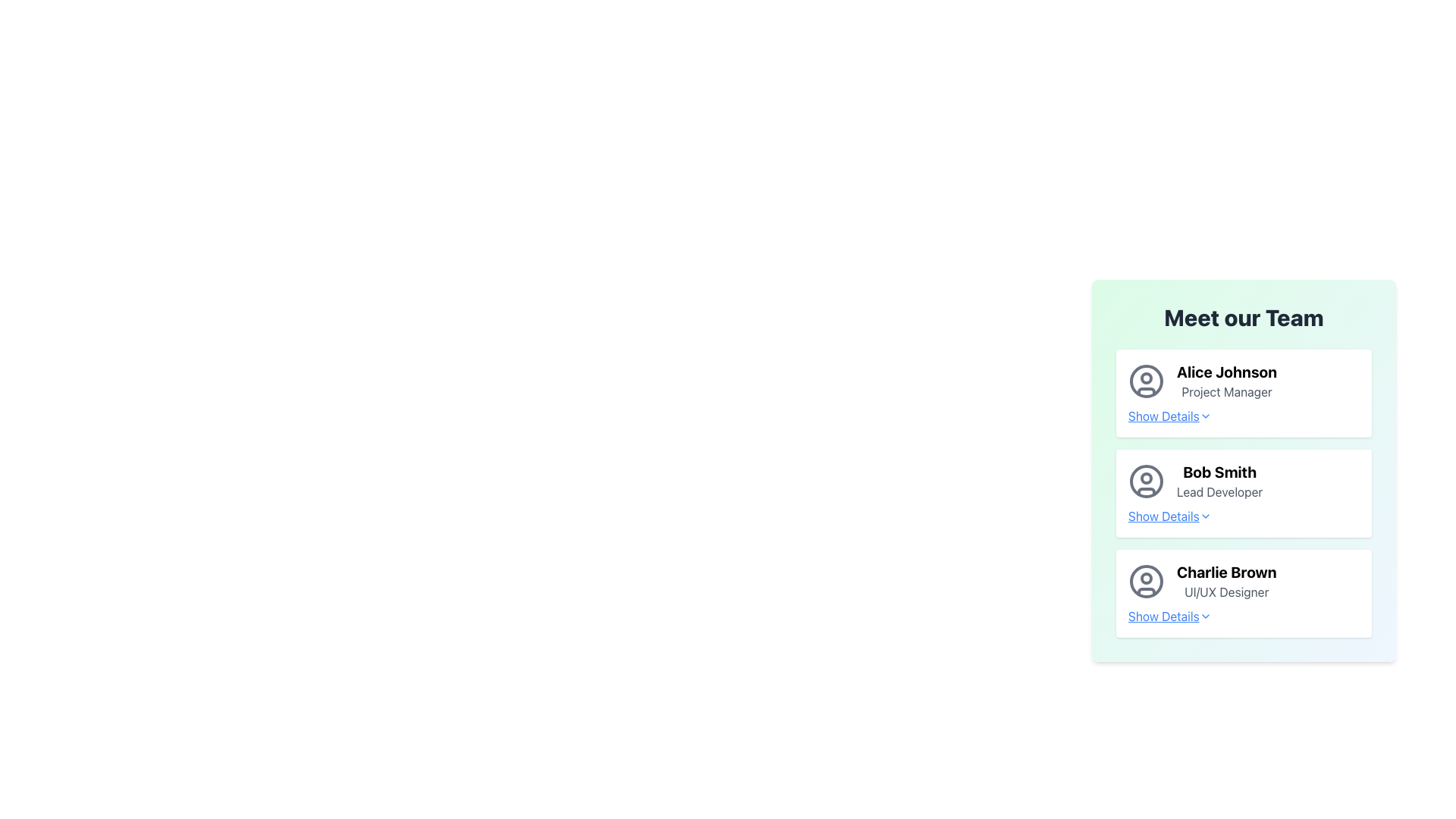  What do you see at coordinates (1244, 494) in the screenshot?
I see `the second team member profile in the 'Meet our Team' section` at bounding box center [1244, 494].